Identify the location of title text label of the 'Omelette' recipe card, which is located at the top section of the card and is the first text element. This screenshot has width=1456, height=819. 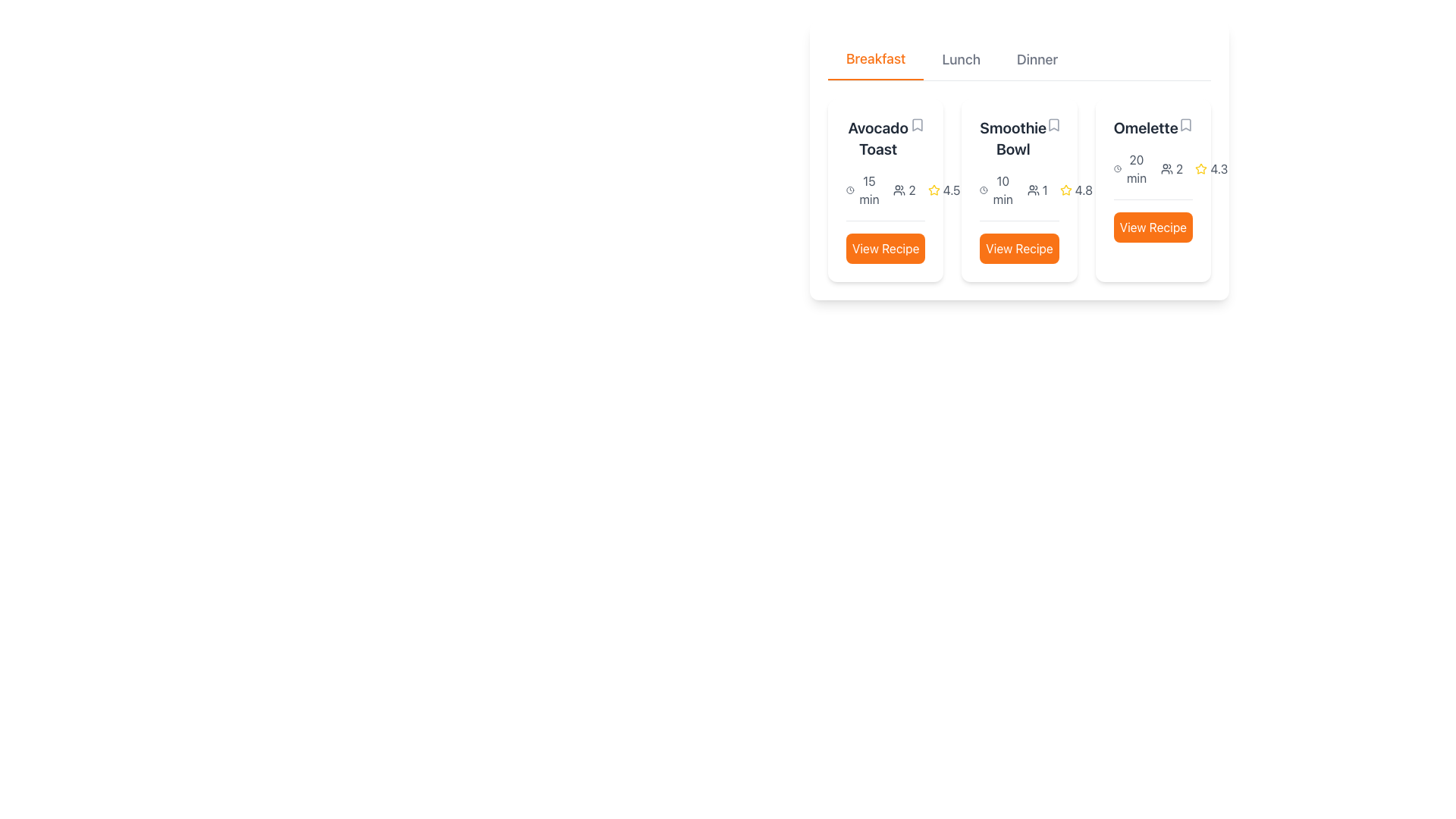
(1153, 127).